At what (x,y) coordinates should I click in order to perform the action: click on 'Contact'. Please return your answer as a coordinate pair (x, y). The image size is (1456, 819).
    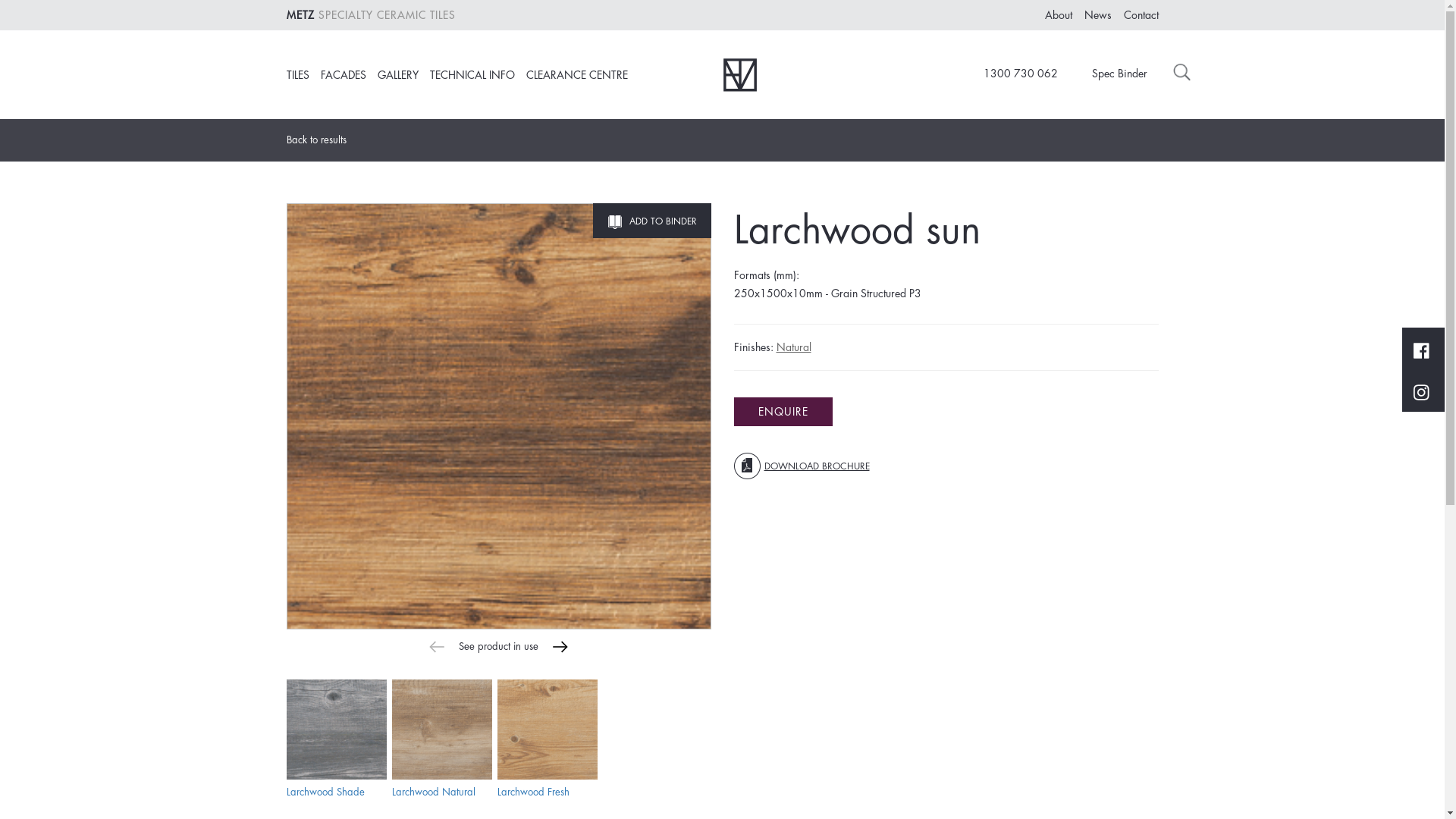
    Looking at the image, I should click on (1124, 14).